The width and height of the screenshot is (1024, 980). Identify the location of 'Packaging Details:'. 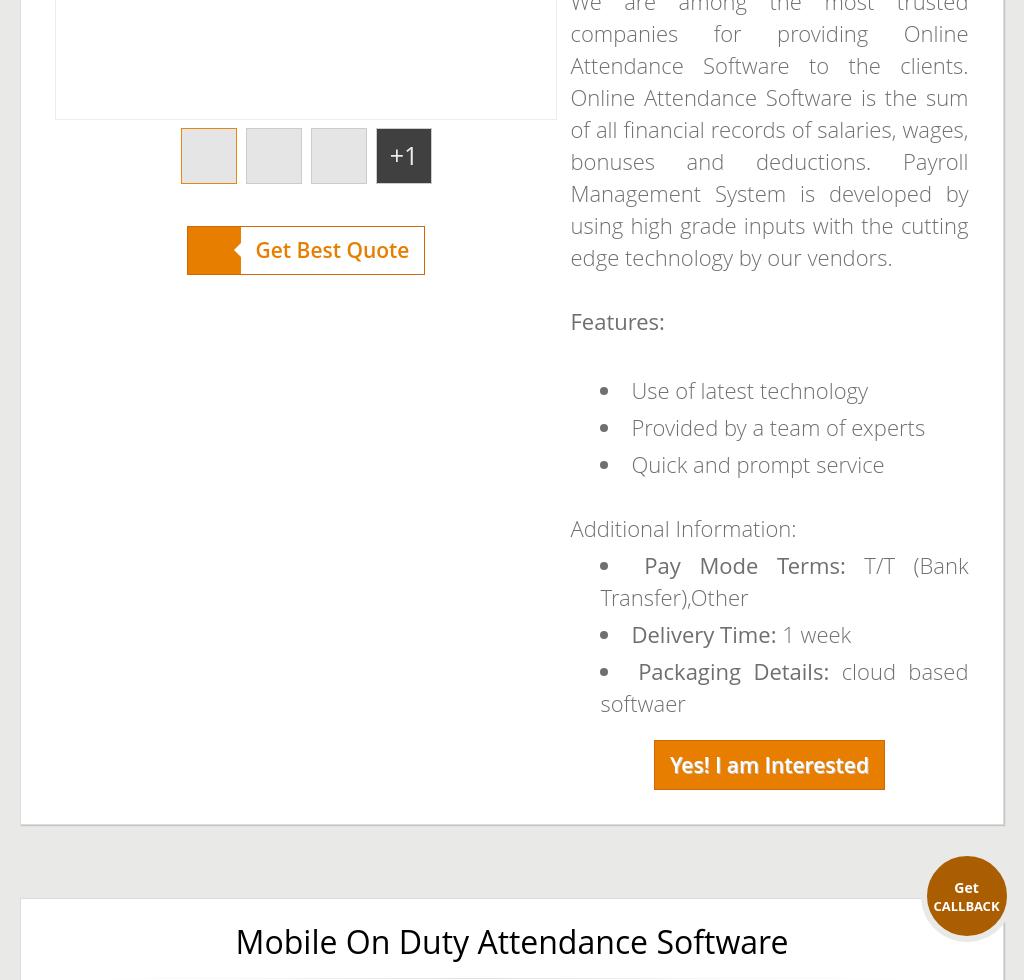
(637, 671).